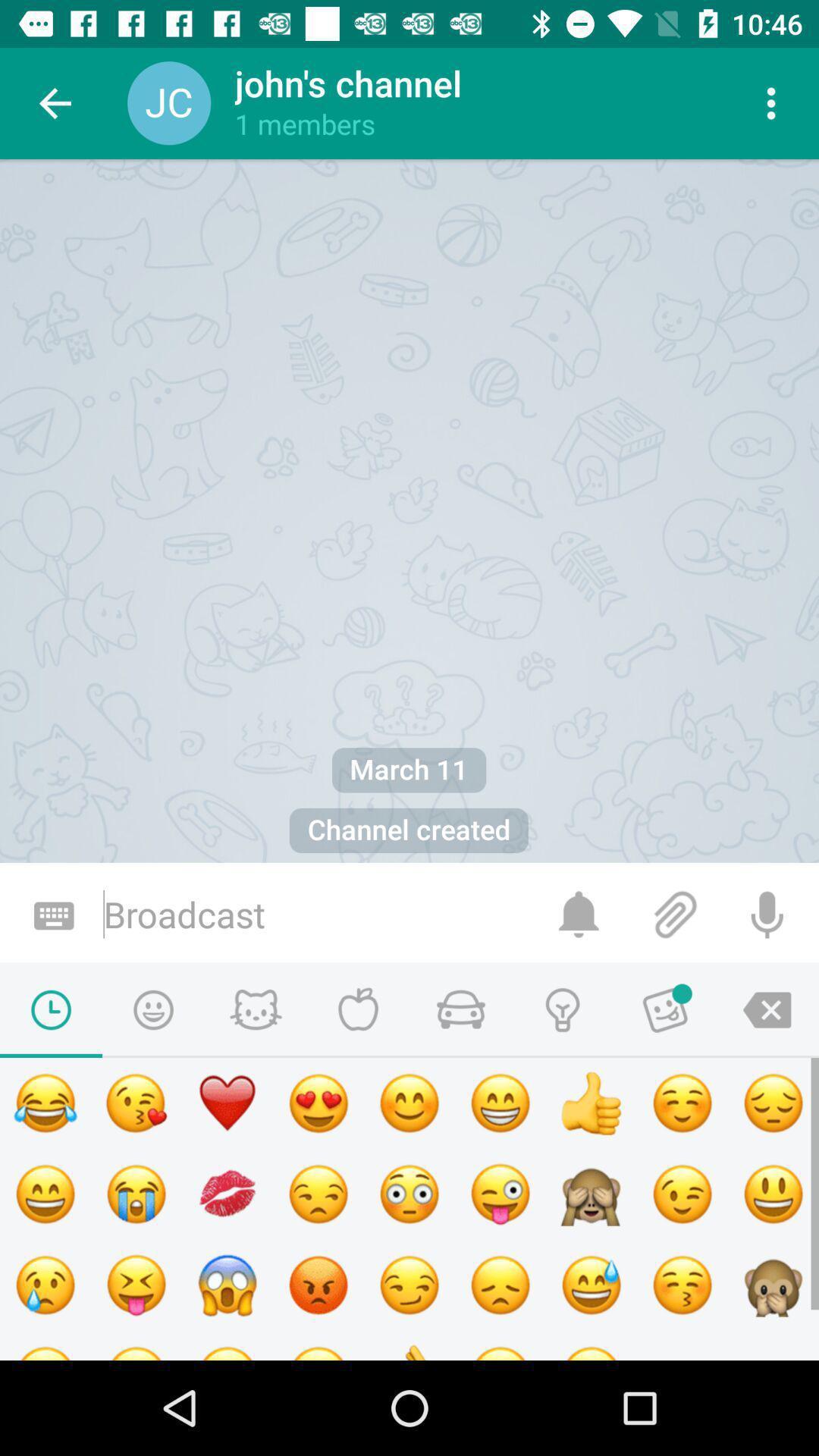 The height and width of the screenshot is (1456, 819). I want to click on the emoji icon, so click(136, 1103).